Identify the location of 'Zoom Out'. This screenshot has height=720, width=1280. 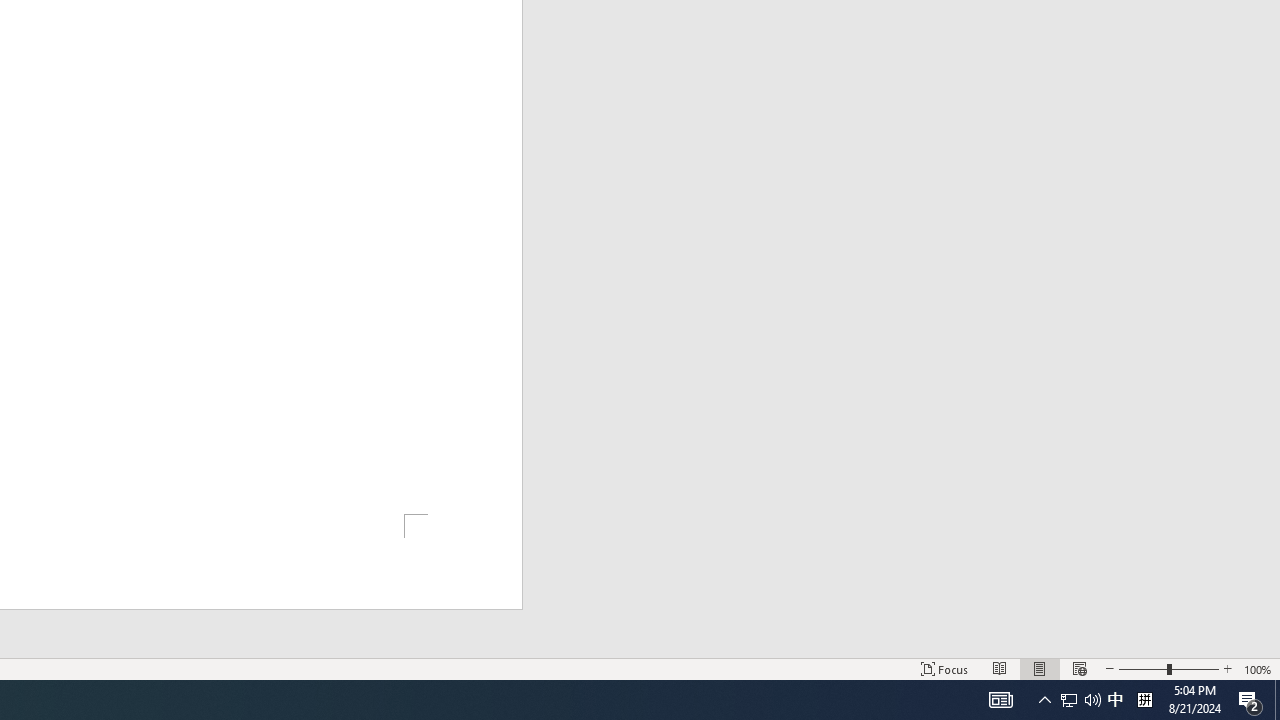
(1143, 669).